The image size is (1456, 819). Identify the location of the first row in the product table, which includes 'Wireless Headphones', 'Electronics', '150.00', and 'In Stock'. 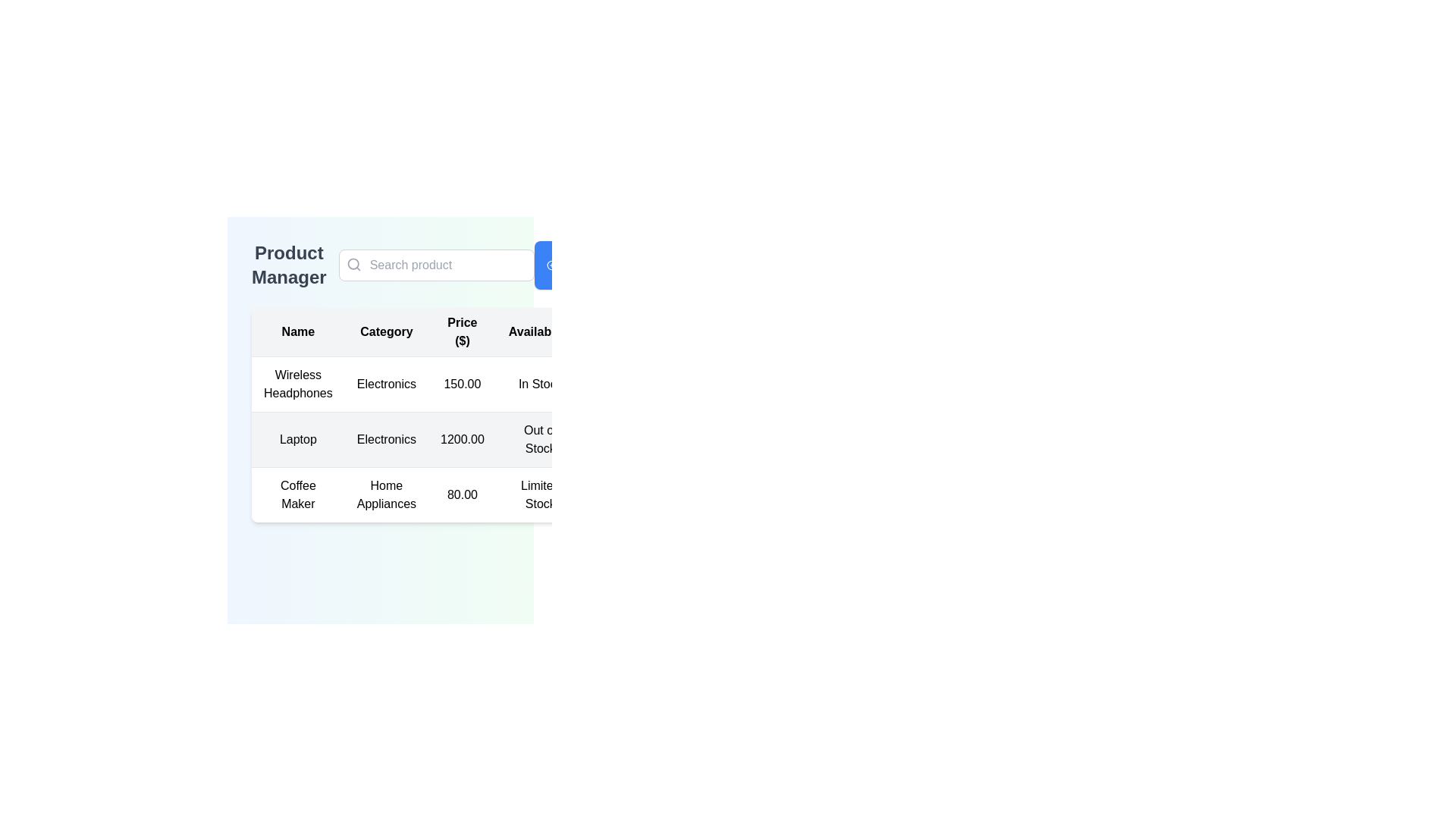
(460, 383).